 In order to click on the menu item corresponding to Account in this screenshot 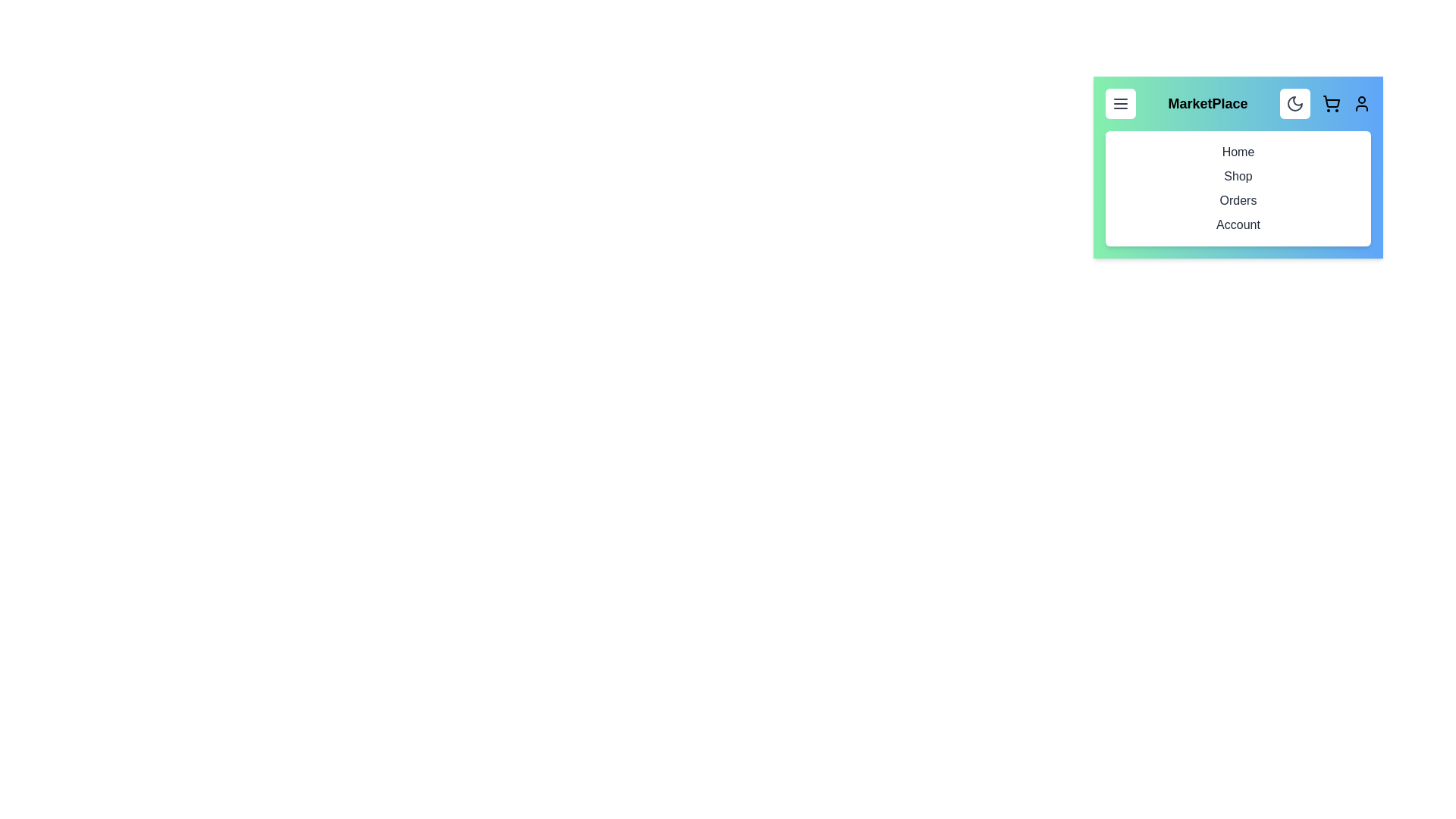, I will do `click(1238, 225)`.